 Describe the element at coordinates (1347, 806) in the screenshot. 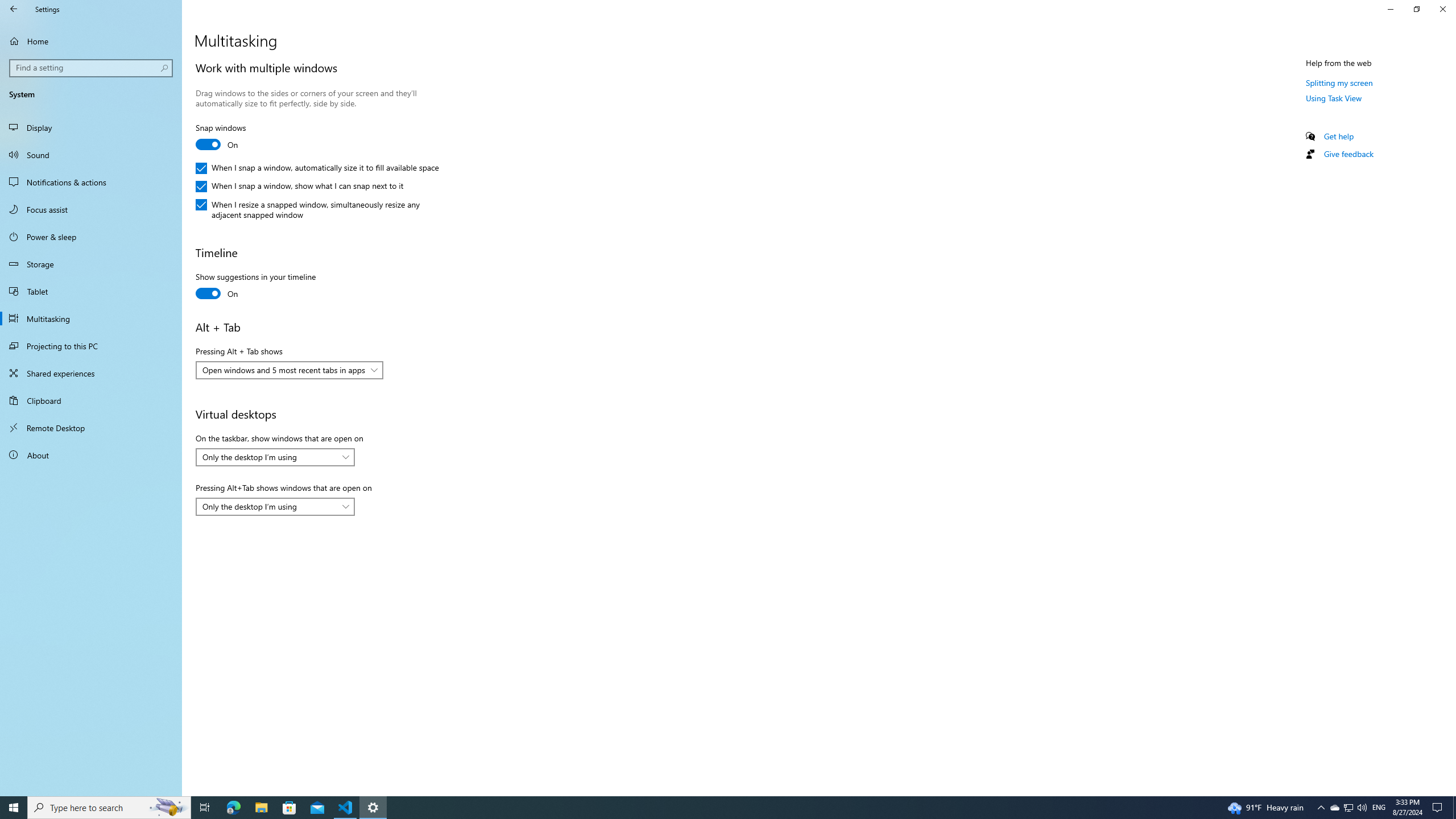

I see `'User Promoted Notification Area'` at that location.